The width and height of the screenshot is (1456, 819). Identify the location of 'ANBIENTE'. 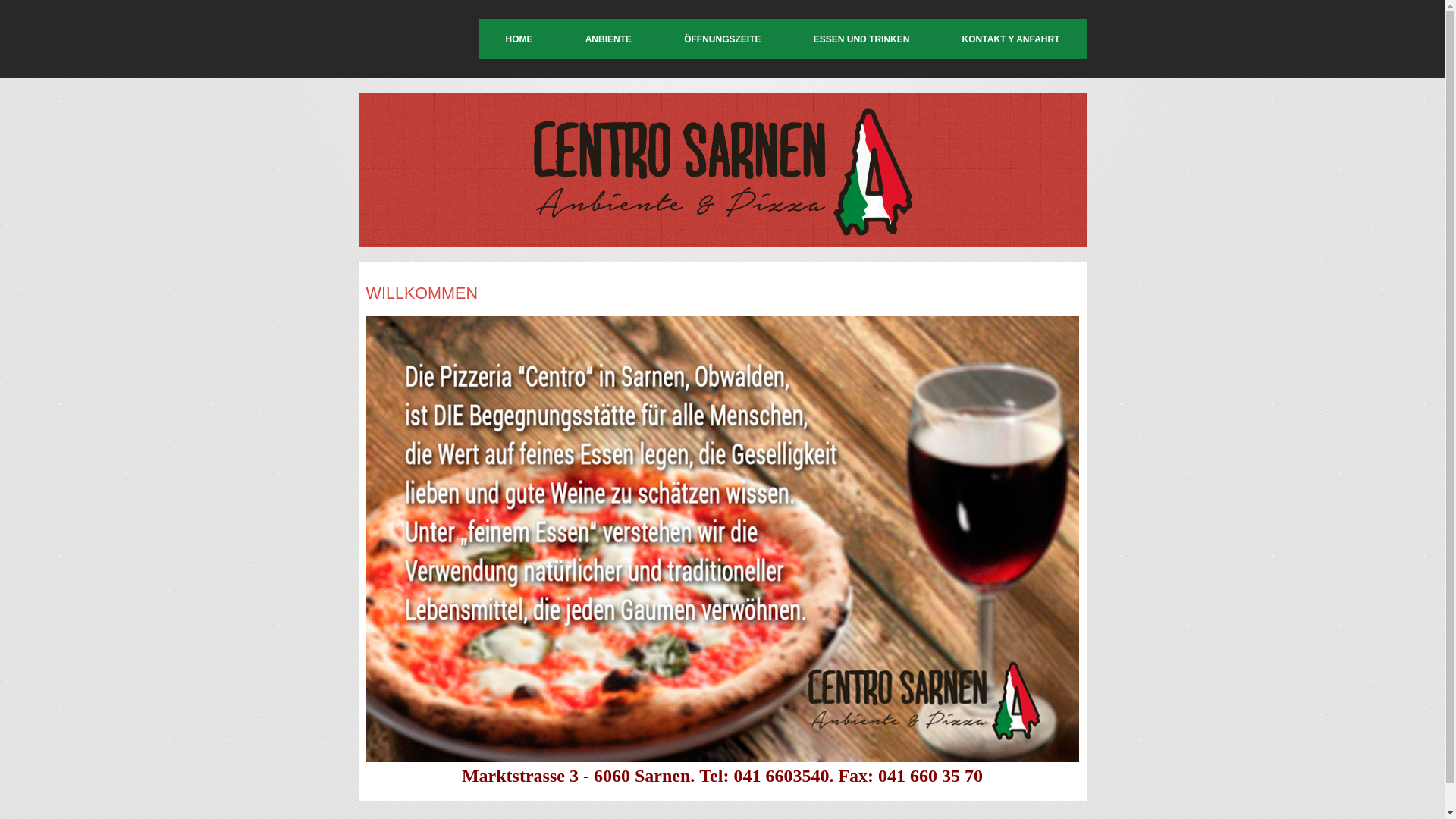
(608, 38).